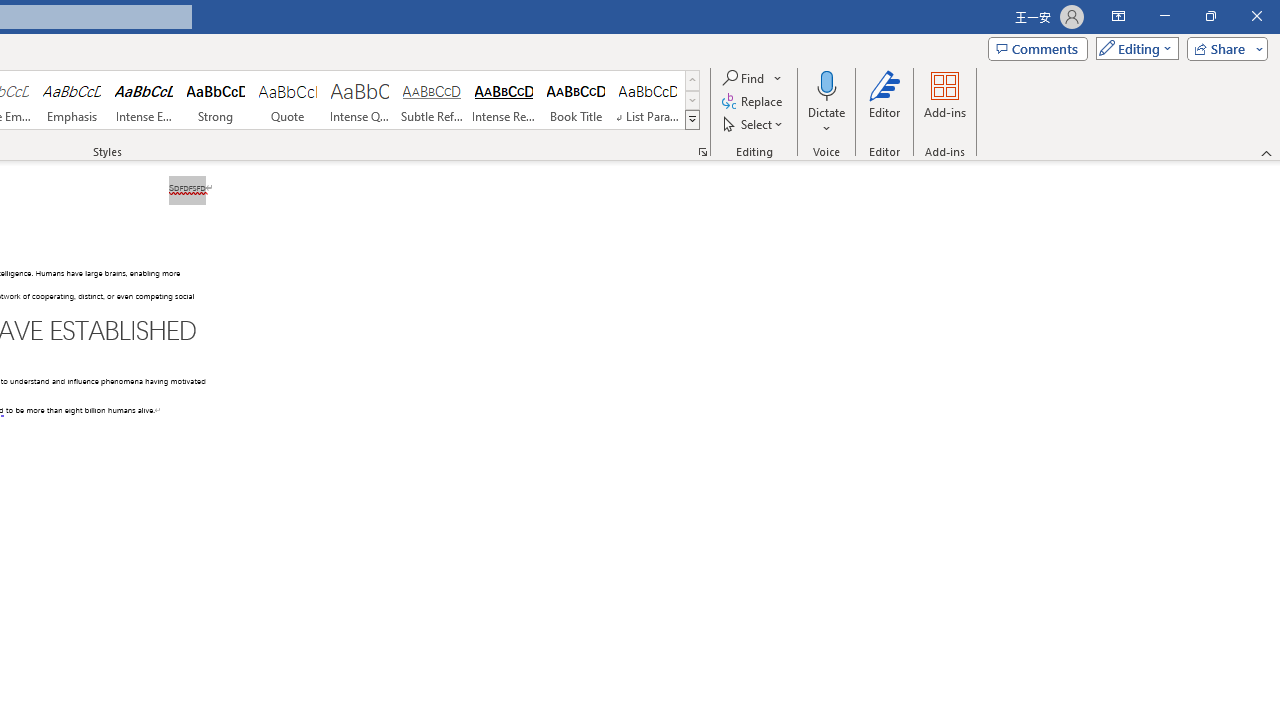  Describe the element at coordinates (287, 100) in the screenshot. I see `'Quote'` at that location.